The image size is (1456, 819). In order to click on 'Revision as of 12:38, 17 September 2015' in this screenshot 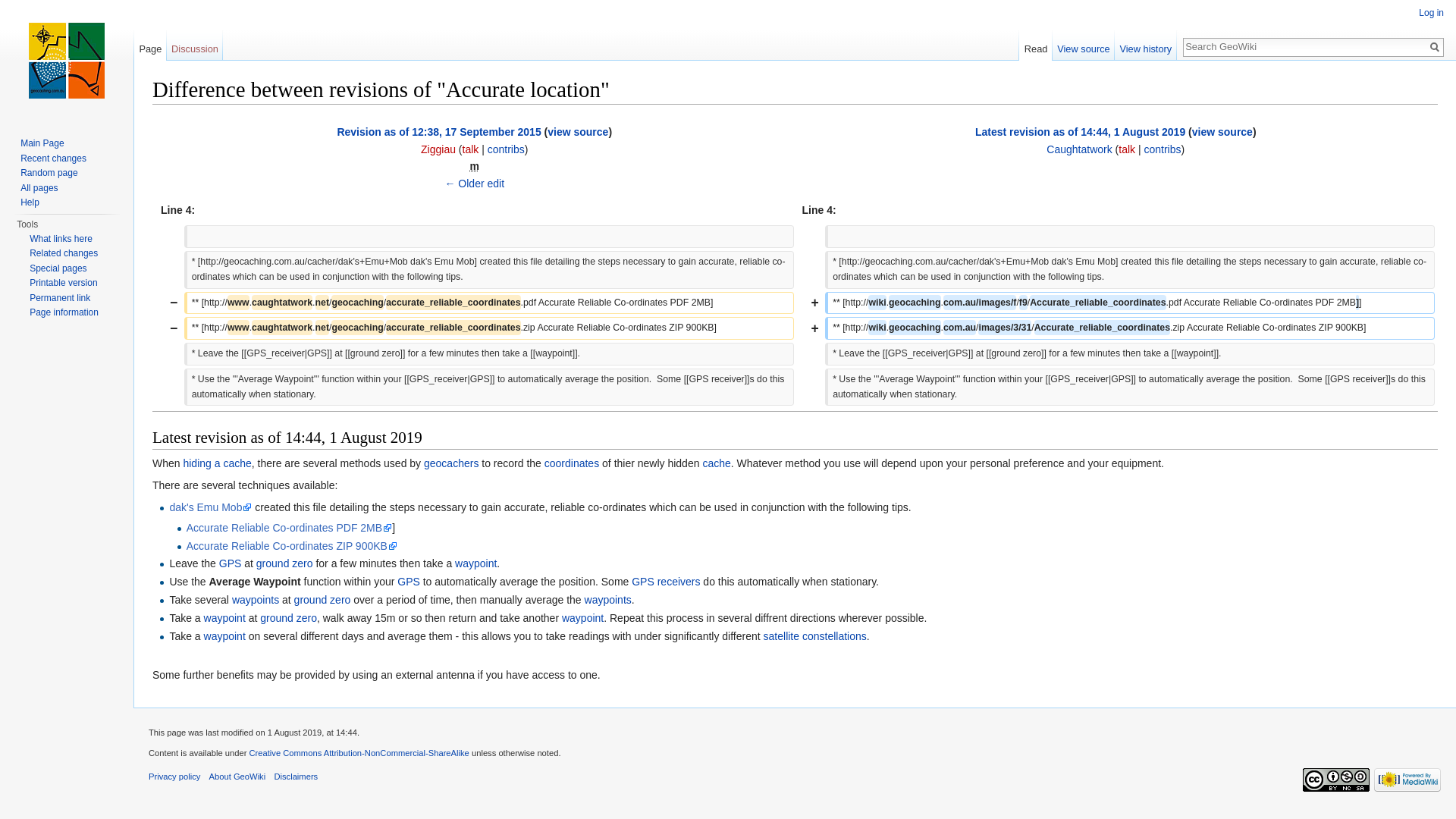, I will do `click(438, 130)`.